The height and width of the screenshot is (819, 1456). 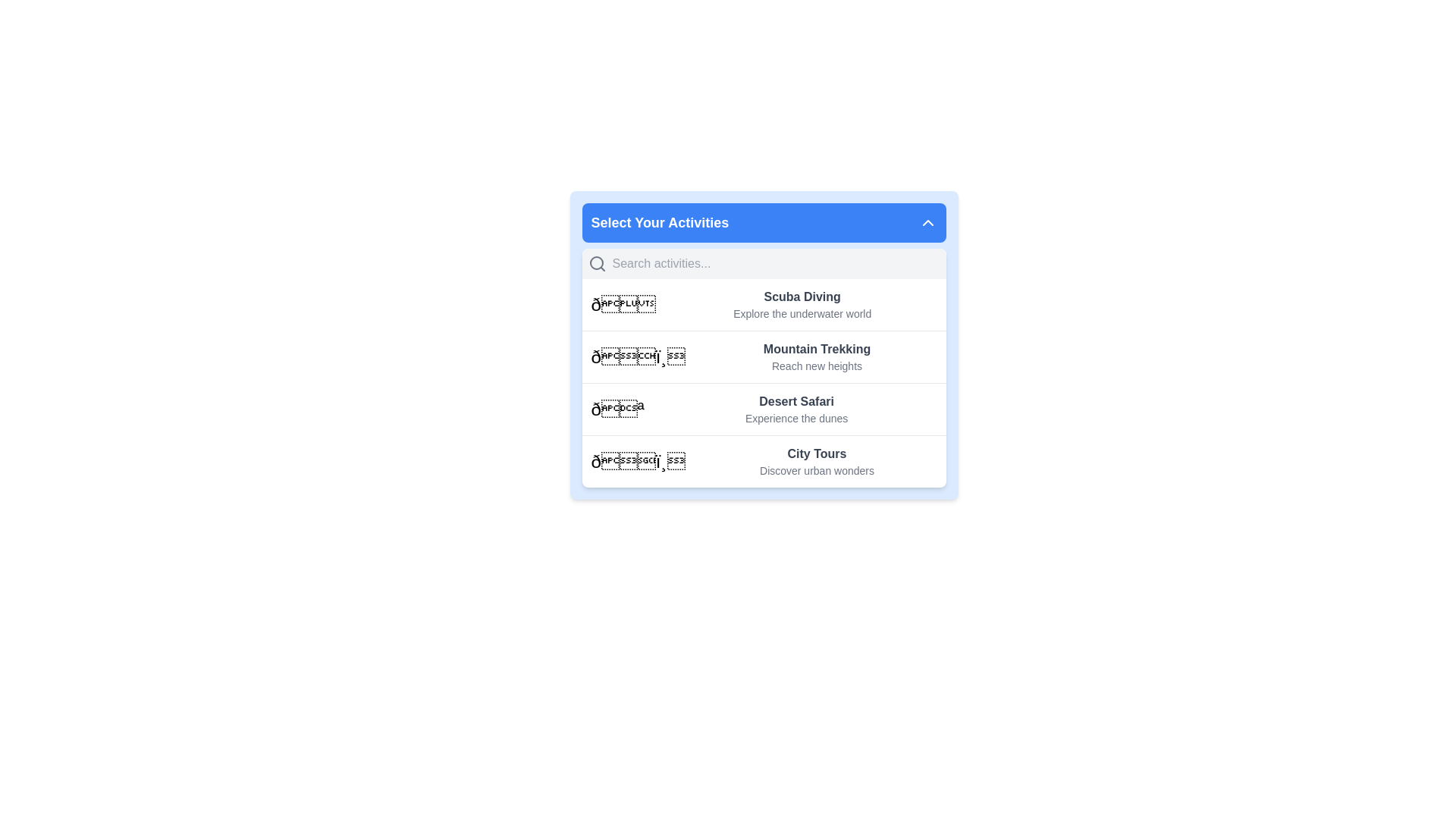 What do you see at coordinates (816, 470) in the screenshot?
I see `the Text Label that provides additional information about the 'City Tours' category, located beneath the title 'City Tours'` at bounding box center [816, 470].